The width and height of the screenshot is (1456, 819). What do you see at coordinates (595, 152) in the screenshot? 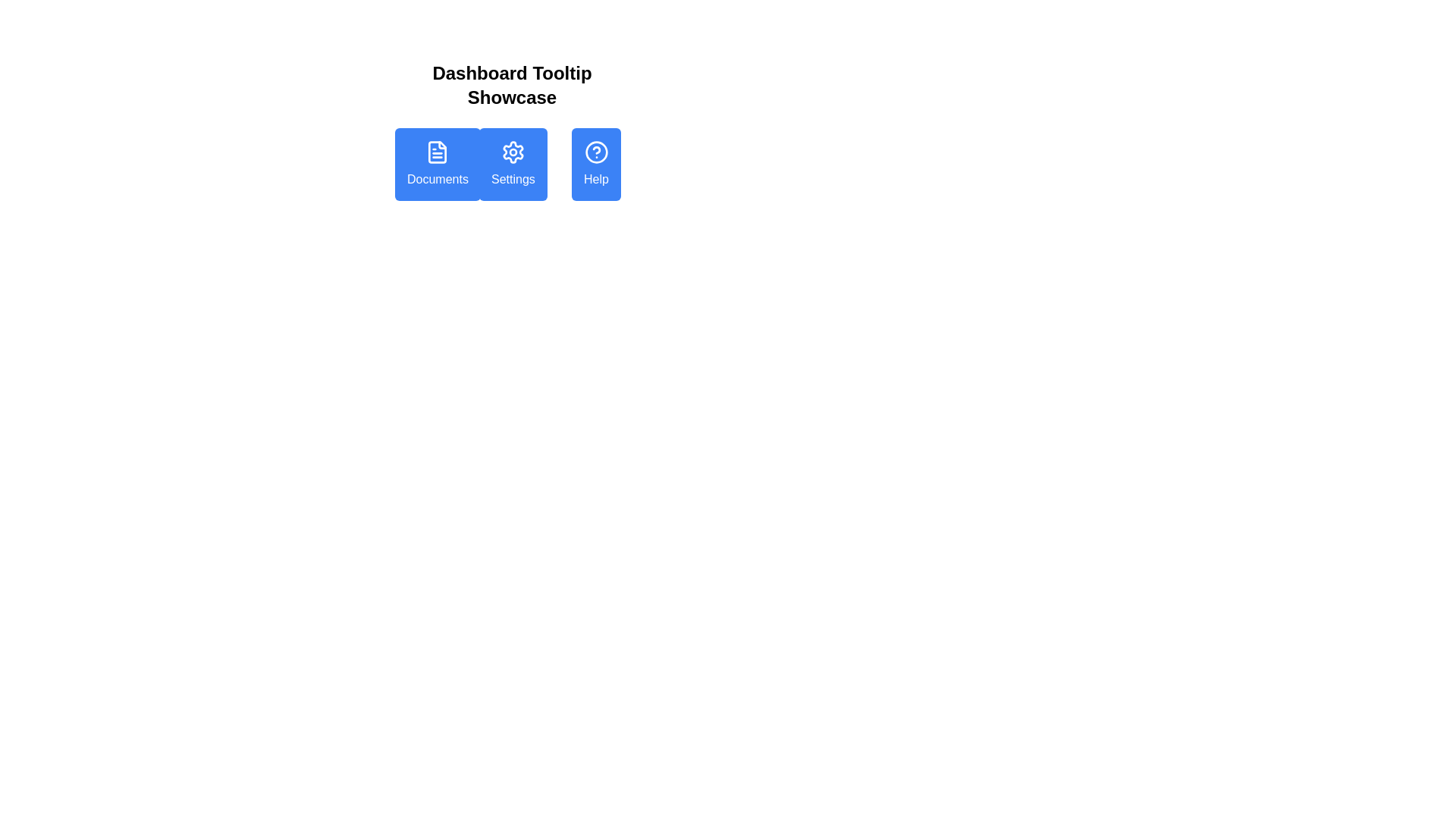
I see `the help icon, which is a circular outline with a question mark embedded, located within the 'Help' button on the far-right of a horizontal row of three buttons` at bounding box center [595, 152].